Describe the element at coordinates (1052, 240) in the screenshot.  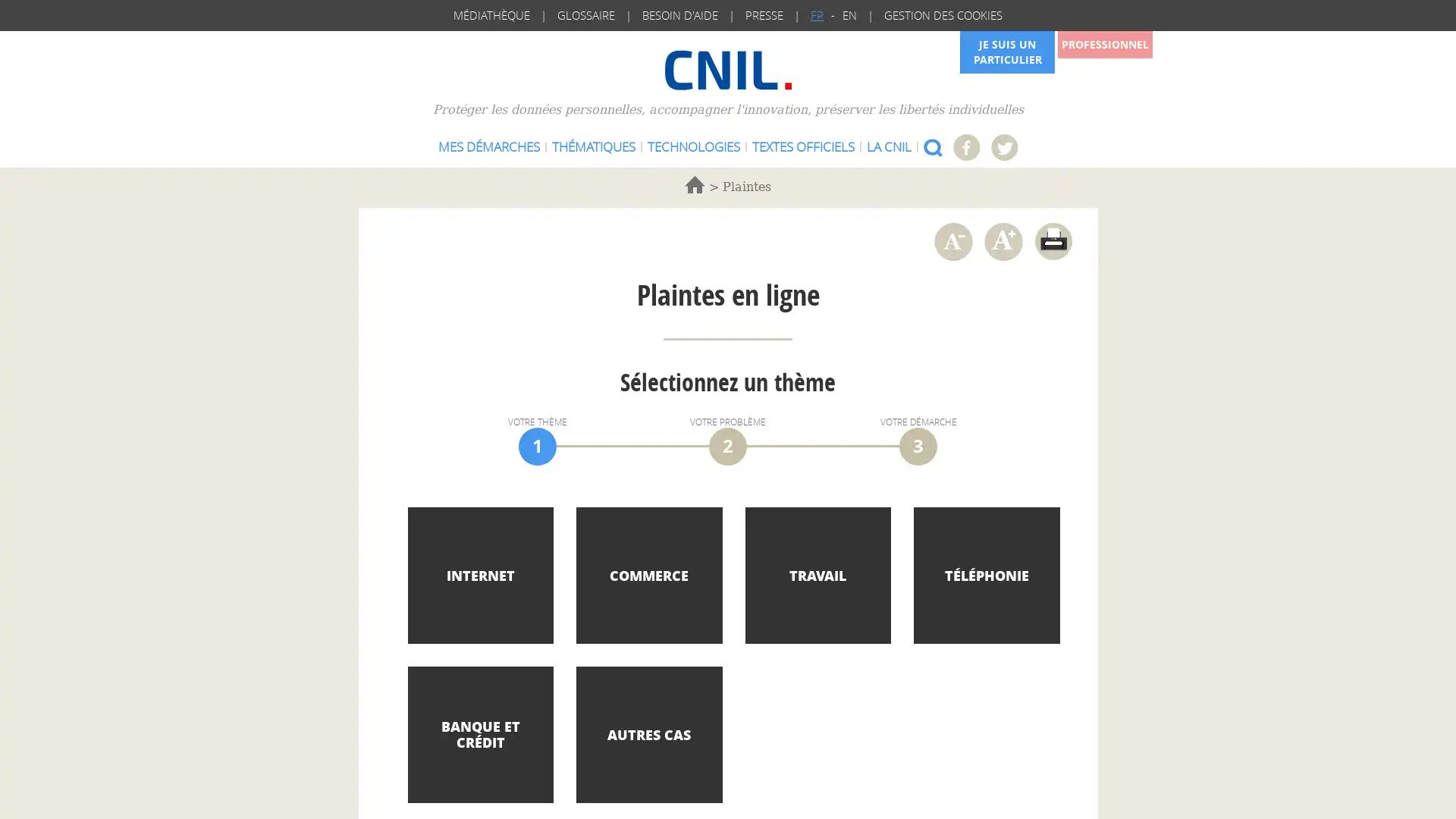
I see `Imprimer l'article` at that location.